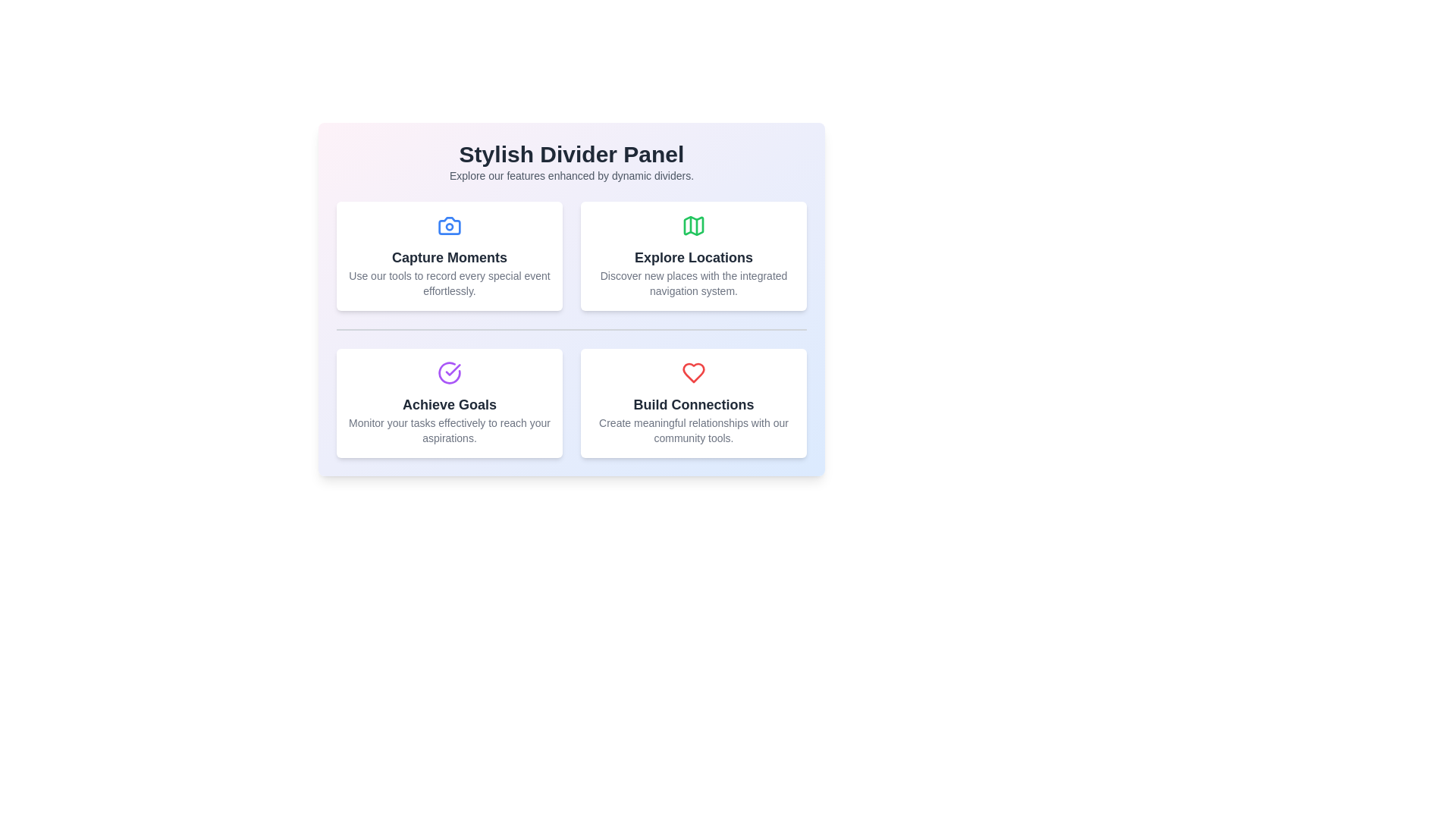 The height and width of the screenshot is (819, 1456). What do you see at coordinates (449, 403) in the screenshot?
I see `the static text heading that reads 'Achieve Goals', which is styled in bold and centered aligned, located in the lower-left card of a four-card layout` at bounding box center [449, 403].